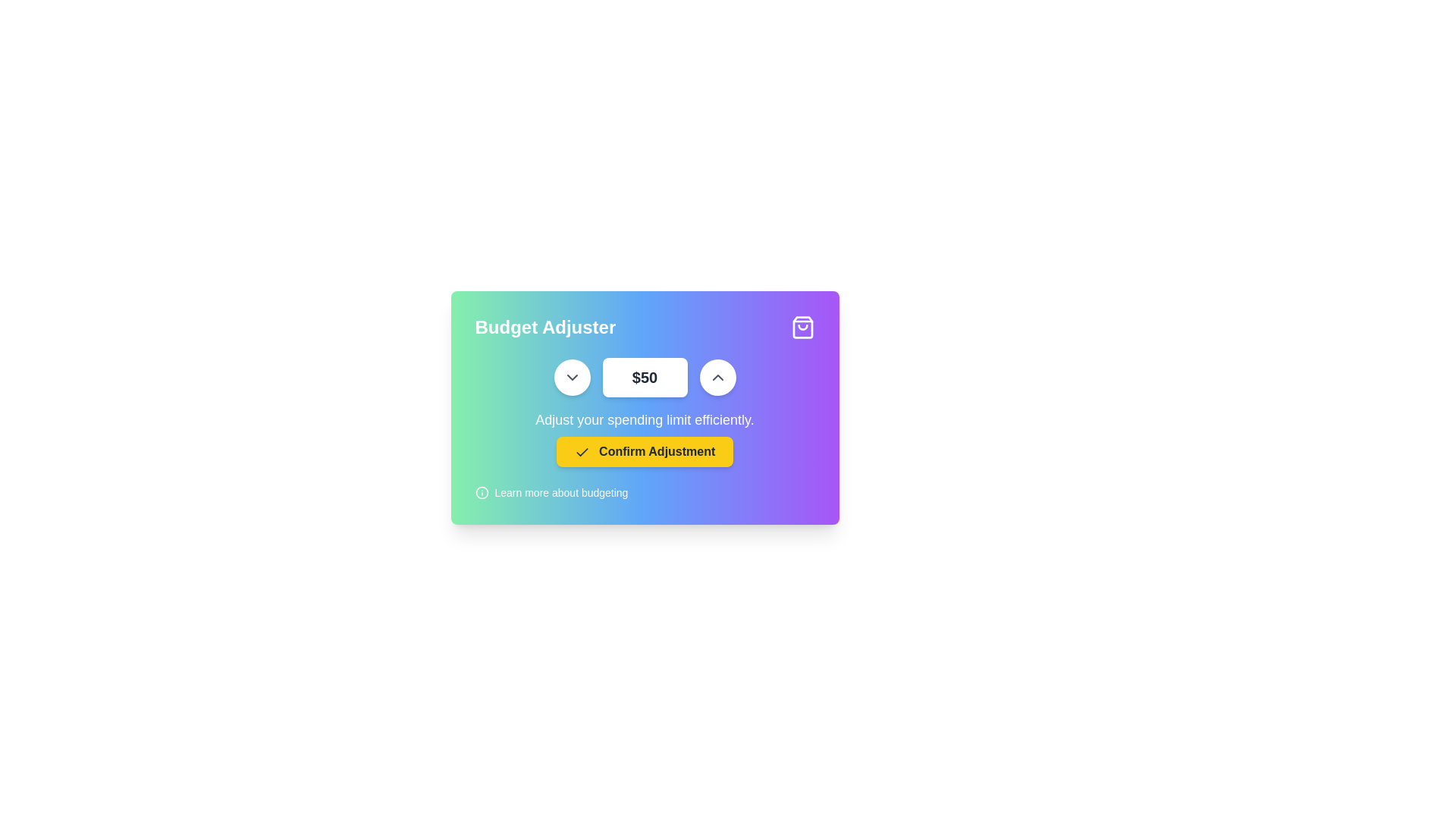  What do you see at coordinates (560, 493) in the screenshot?
I see `the text label that says 'Learn more about budgeting'` at bounding box center [560, 493].